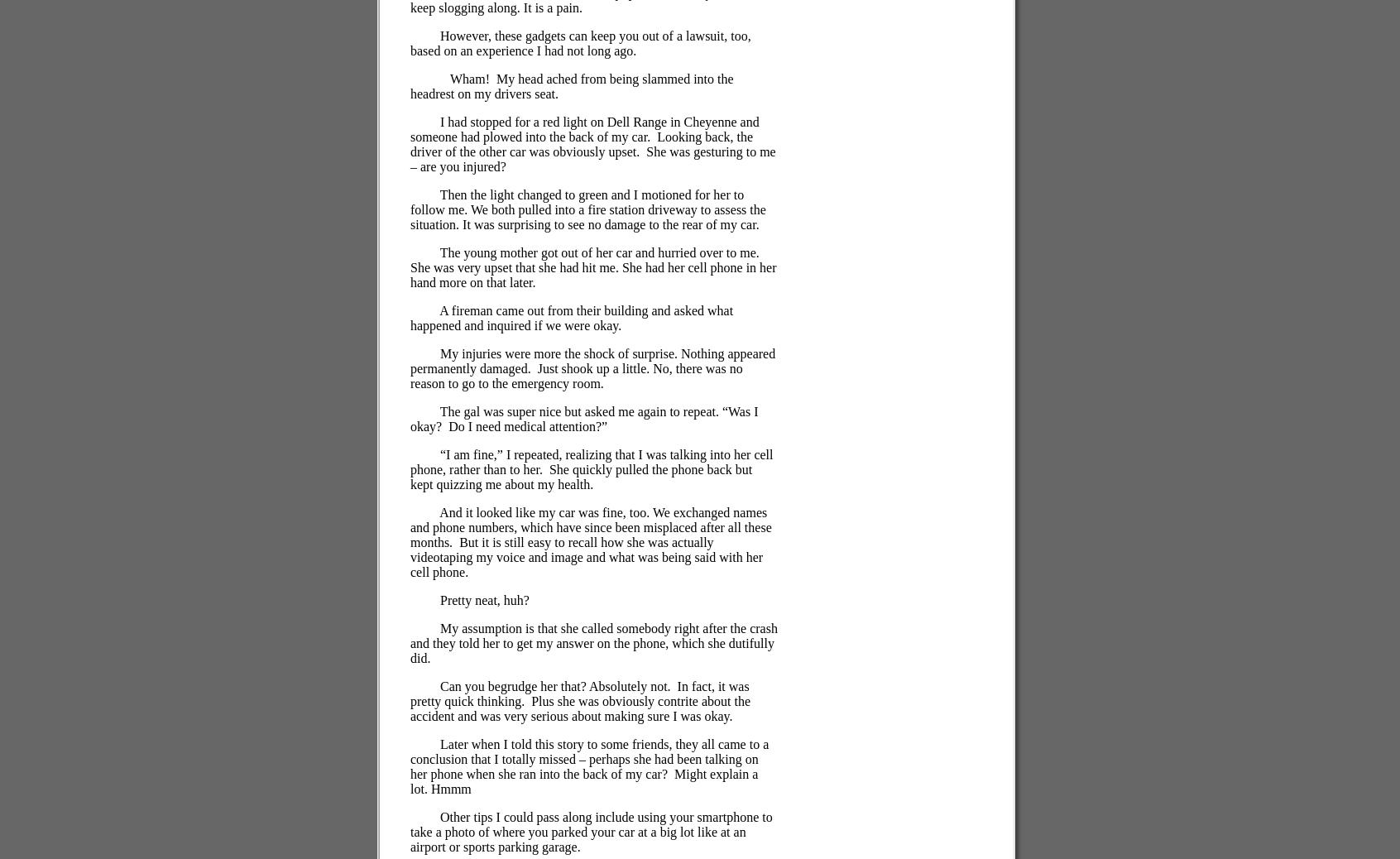  What do you see at coordinates (585, 556) in the screenshot?
I see `'But it is still easy to recall how she was actually videotaping my voice
and image and what was being said with her cell phone.'` at bounding box center [585, 556].